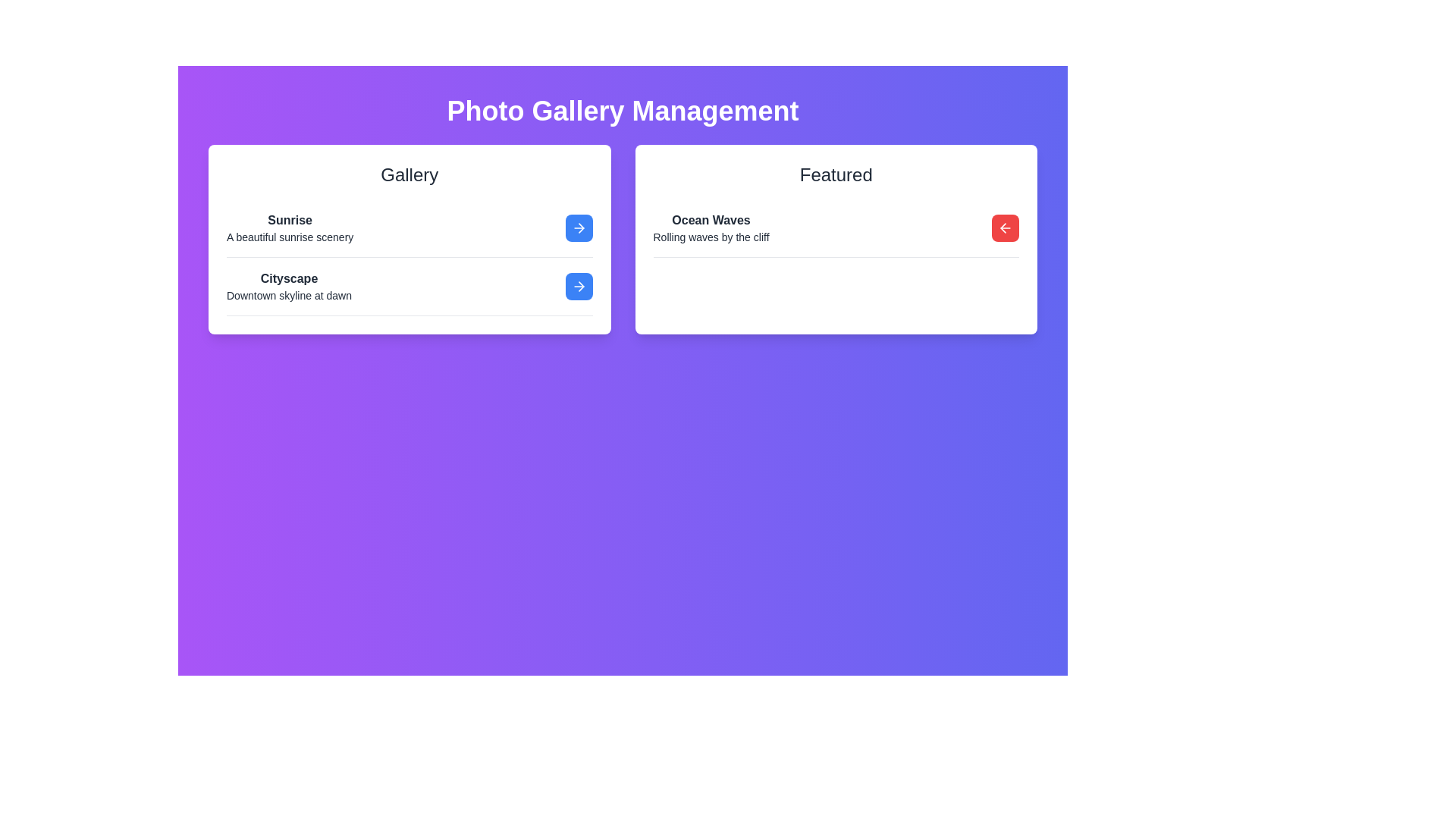 This screenshot has height=819, width=1456. I want to click on the non-interactive text label located at the top of the 'Featured' section, indicating the name or theme of the associated content, so click(711, 220).